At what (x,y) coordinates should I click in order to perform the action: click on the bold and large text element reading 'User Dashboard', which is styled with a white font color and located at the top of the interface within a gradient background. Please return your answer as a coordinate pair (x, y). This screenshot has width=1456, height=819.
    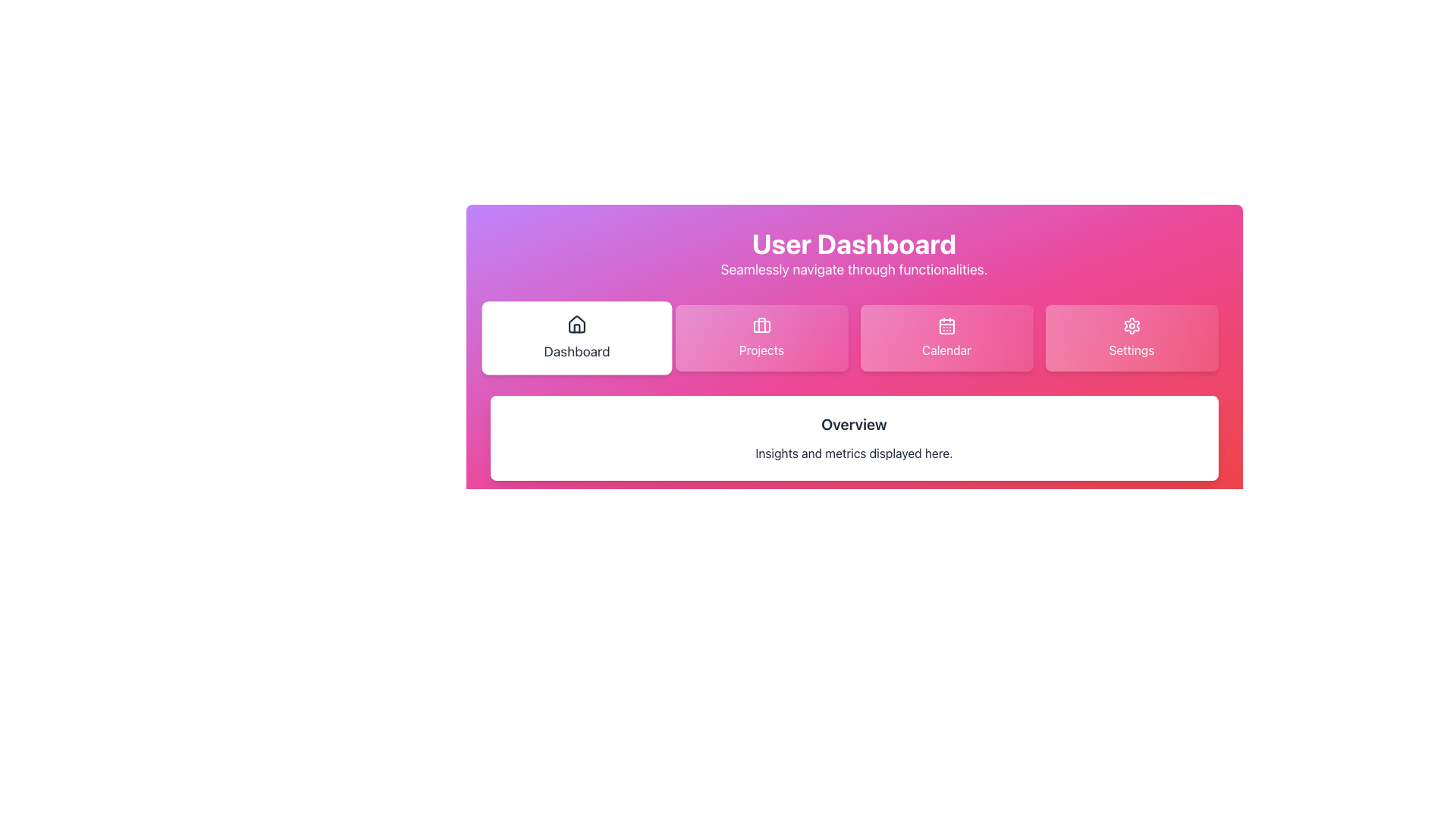
    Looking at the image, I should click on (854, 243).